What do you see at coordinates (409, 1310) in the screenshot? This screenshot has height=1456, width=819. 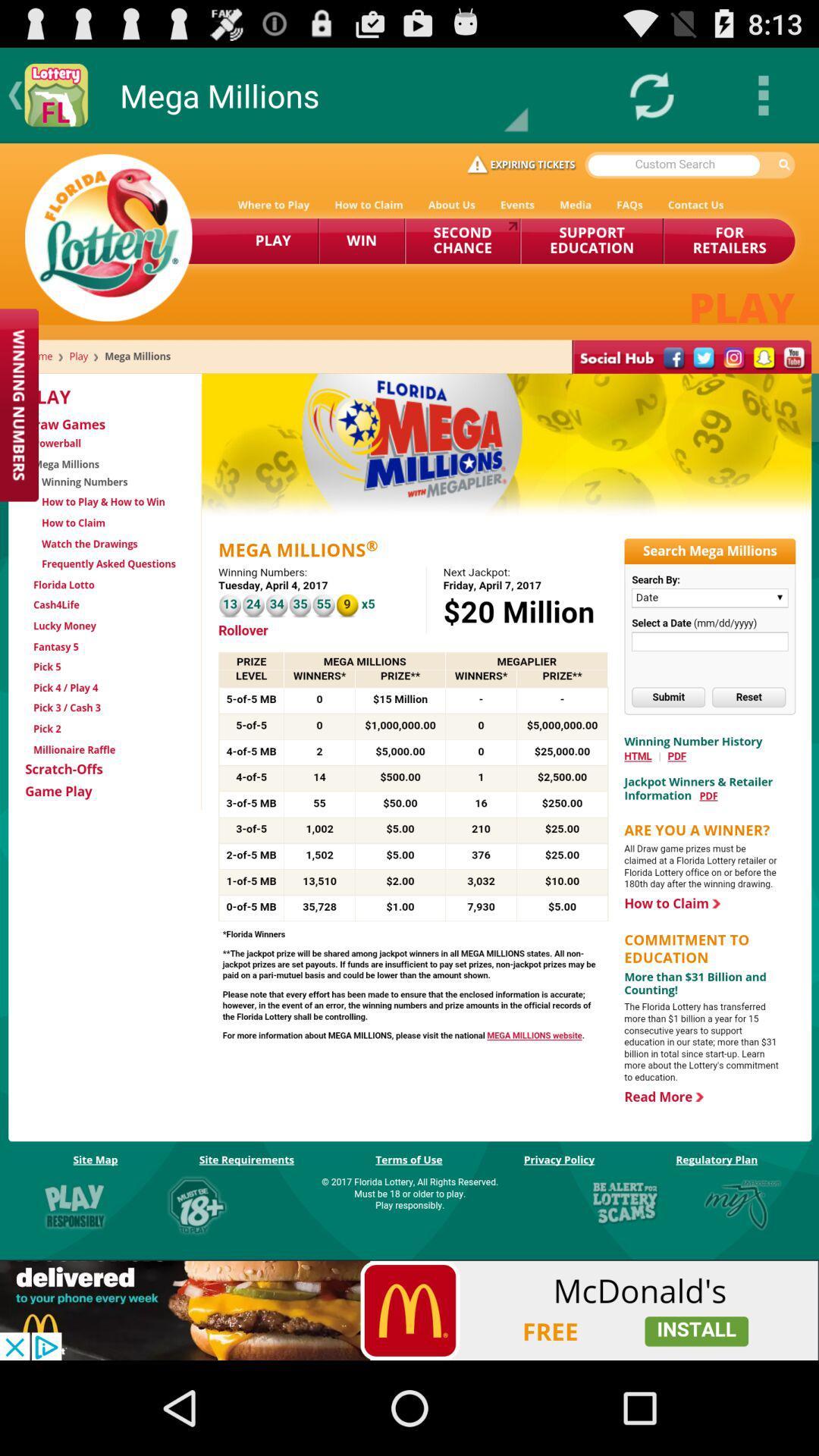 I see `open advertisement` at bounding box center [409, 1310].